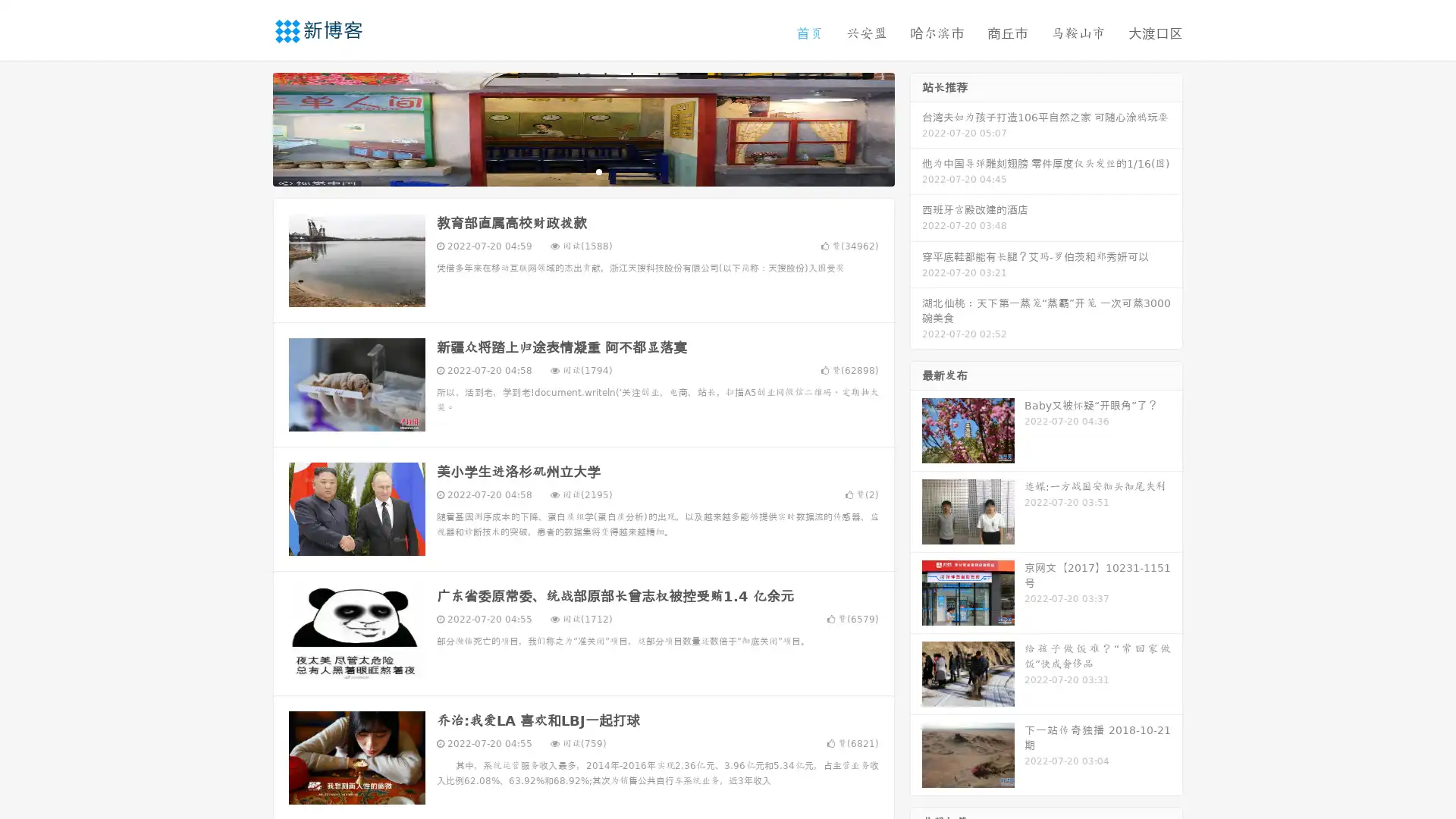 The height and width of the screenshot is (819, 1456). What do you see at coordinates (916, 127) in the screenshot?
I see `Next slide` at bounding box center [916, 127].